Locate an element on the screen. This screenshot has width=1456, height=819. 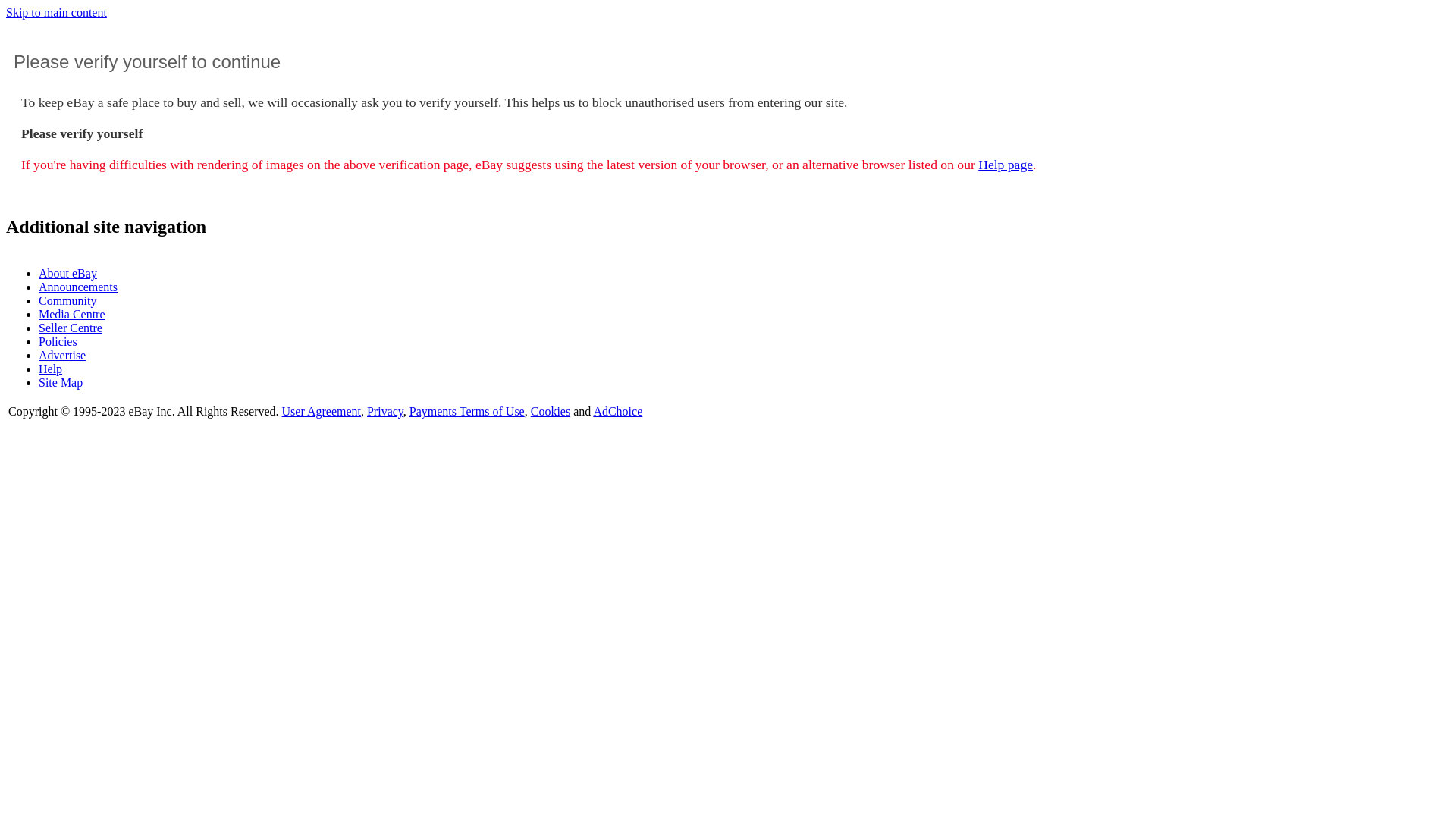
'About eBay' is located at coordinates (39, 273).